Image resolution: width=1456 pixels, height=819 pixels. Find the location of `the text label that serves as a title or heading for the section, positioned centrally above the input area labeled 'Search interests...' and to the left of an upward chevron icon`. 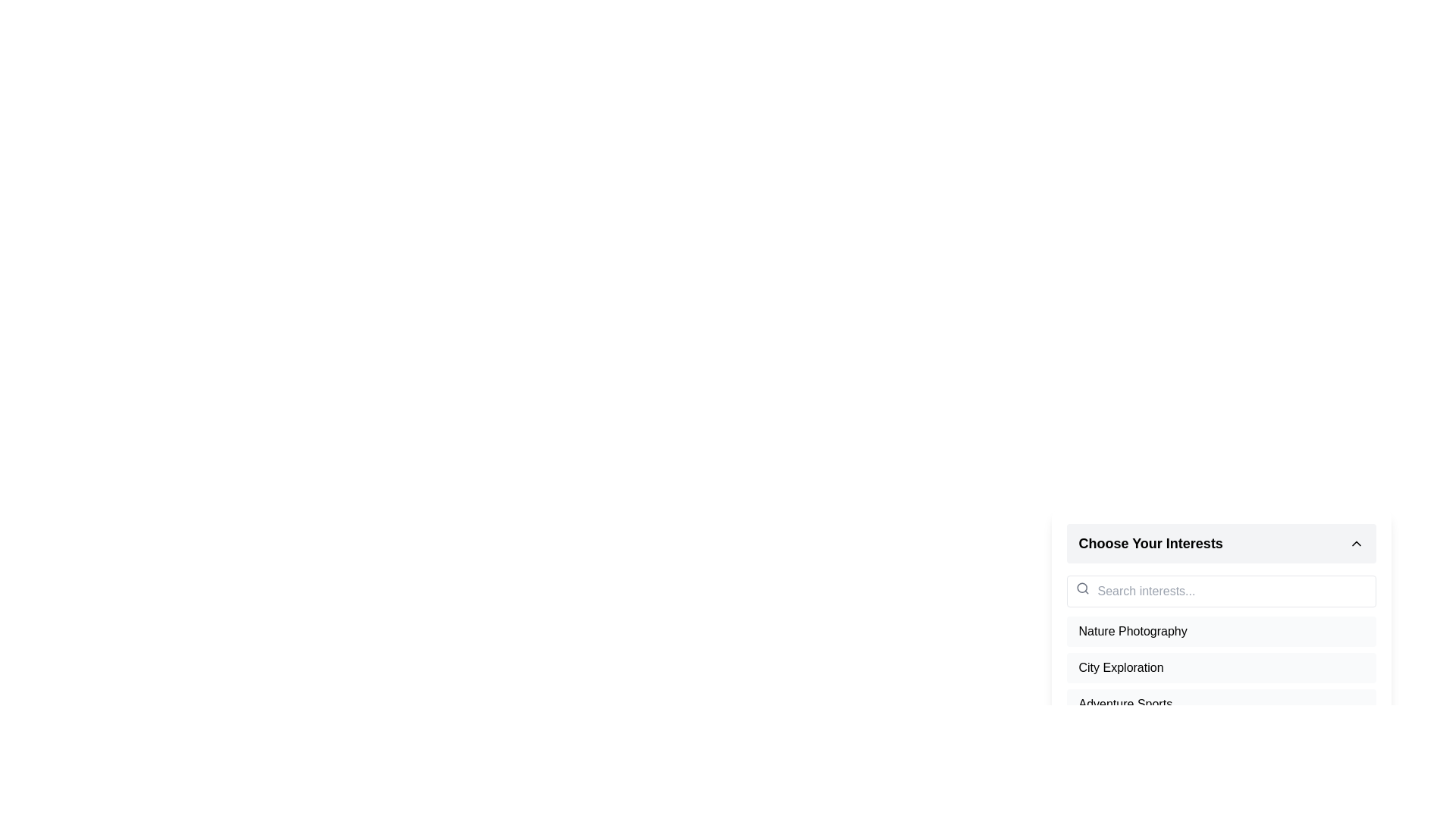

the text label that serves as a title or heading for the section, positioned centrally above the input area labeled 'Search interests...' and to the left of an upward chevron icon is located at coordinates (1150, 543).